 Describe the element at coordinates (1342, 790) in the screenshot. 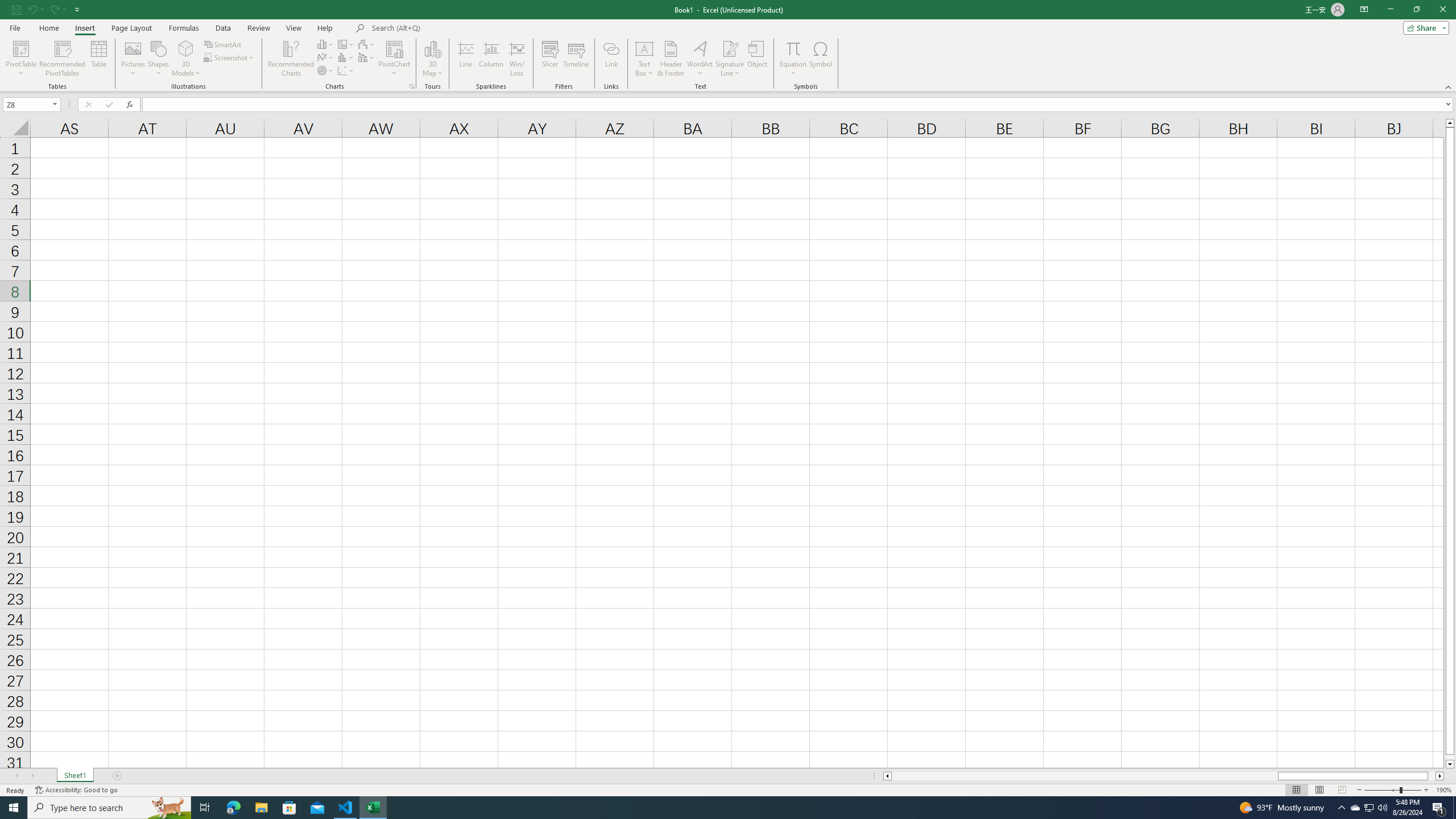

I see `'Page Break Preview'` at that location.